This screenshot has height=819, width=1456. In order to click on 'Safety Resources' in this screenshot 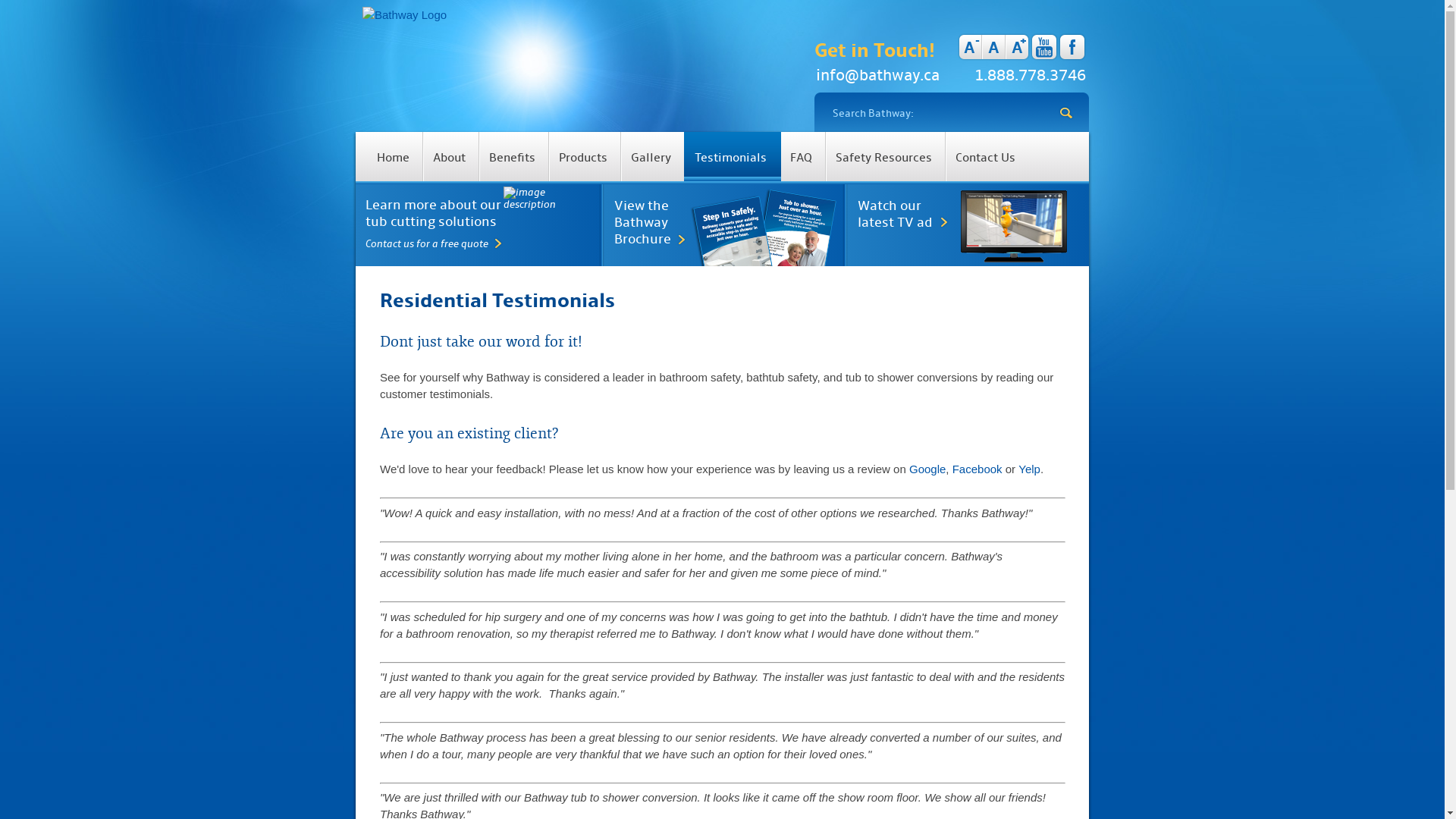, I will do `click(884, 156)`.